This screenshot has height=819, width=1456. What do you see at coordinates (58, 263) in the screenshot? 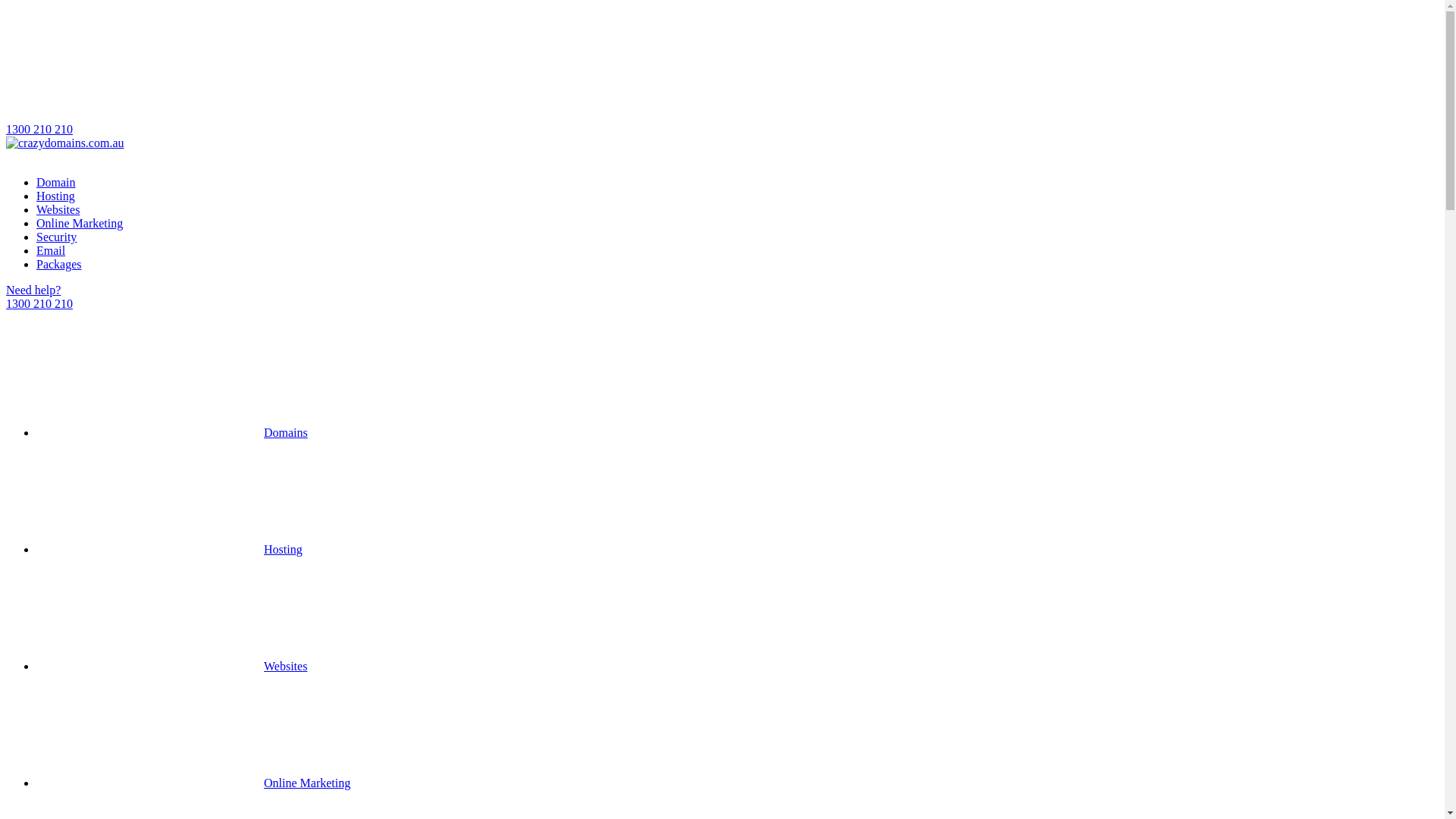
I see `'Packages'` at bounding box center [58, 263].